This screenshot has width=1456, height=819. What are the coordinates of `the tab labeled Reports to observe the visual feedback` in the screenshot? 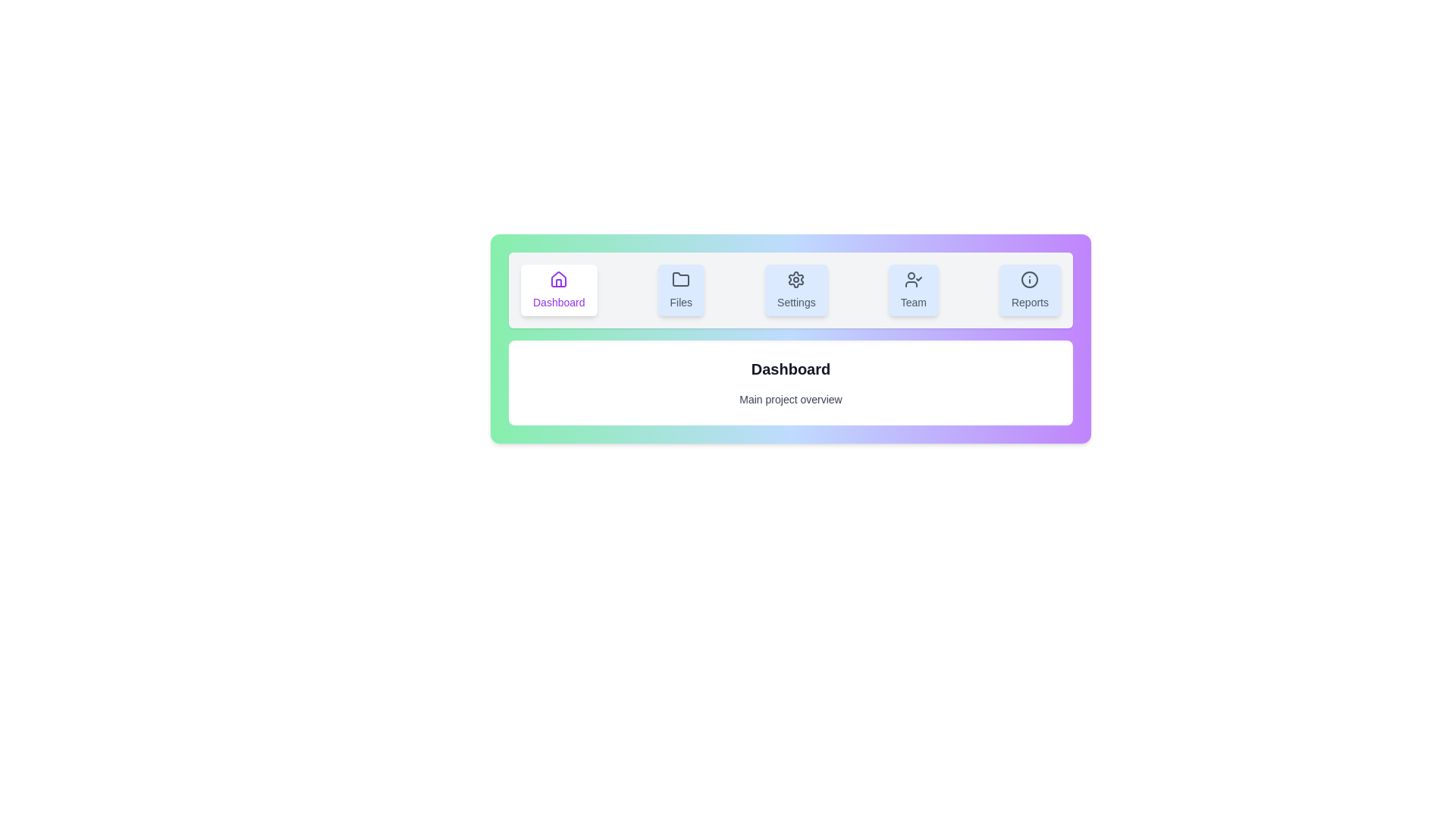 It's located at (1030, 290).